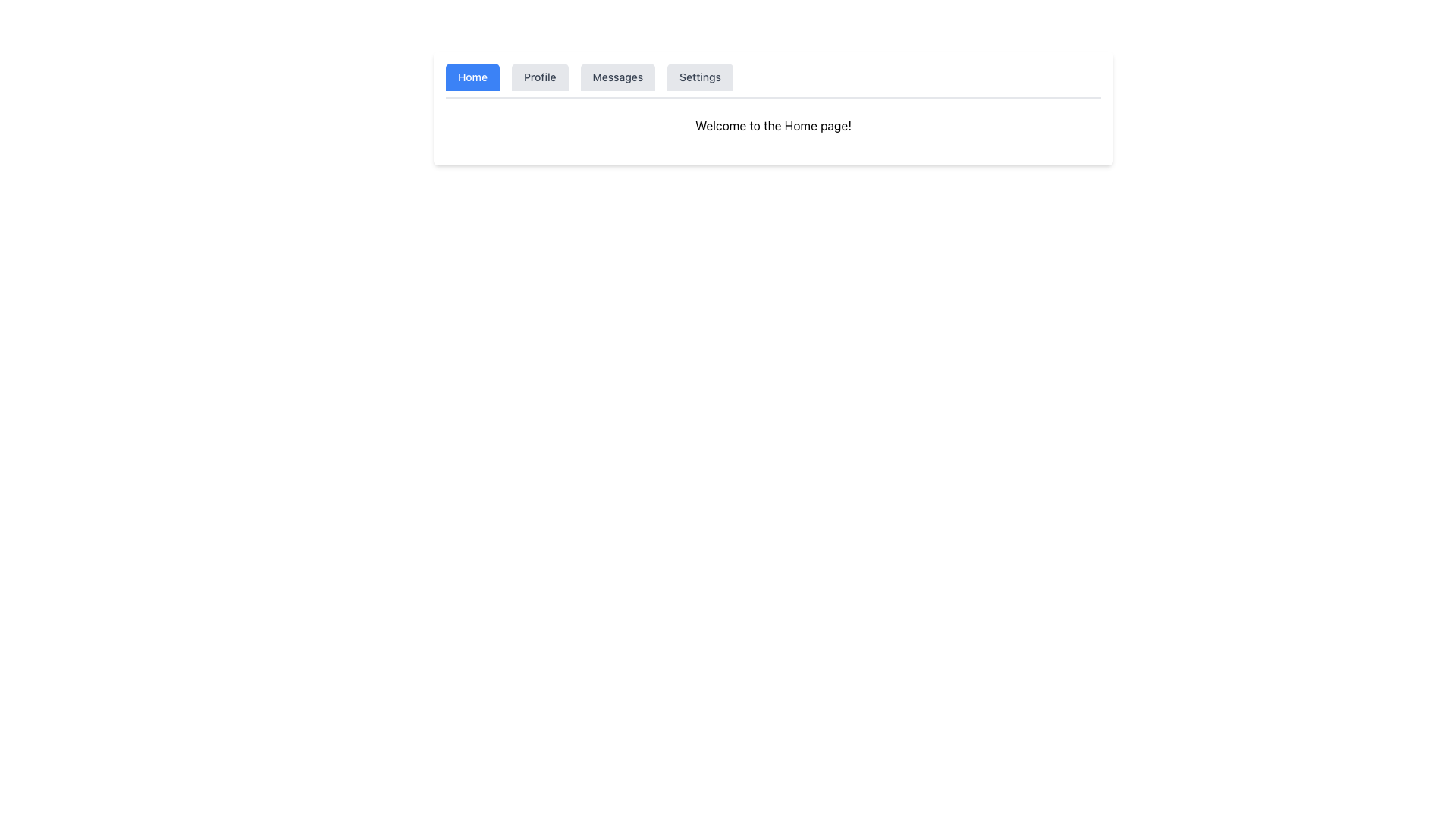 This screenshot has height=819, width=1456. Describe the element at coordinates (539, 77) in the screenshot. I see `the 'Profile' button located in the navigation bar` at that location.